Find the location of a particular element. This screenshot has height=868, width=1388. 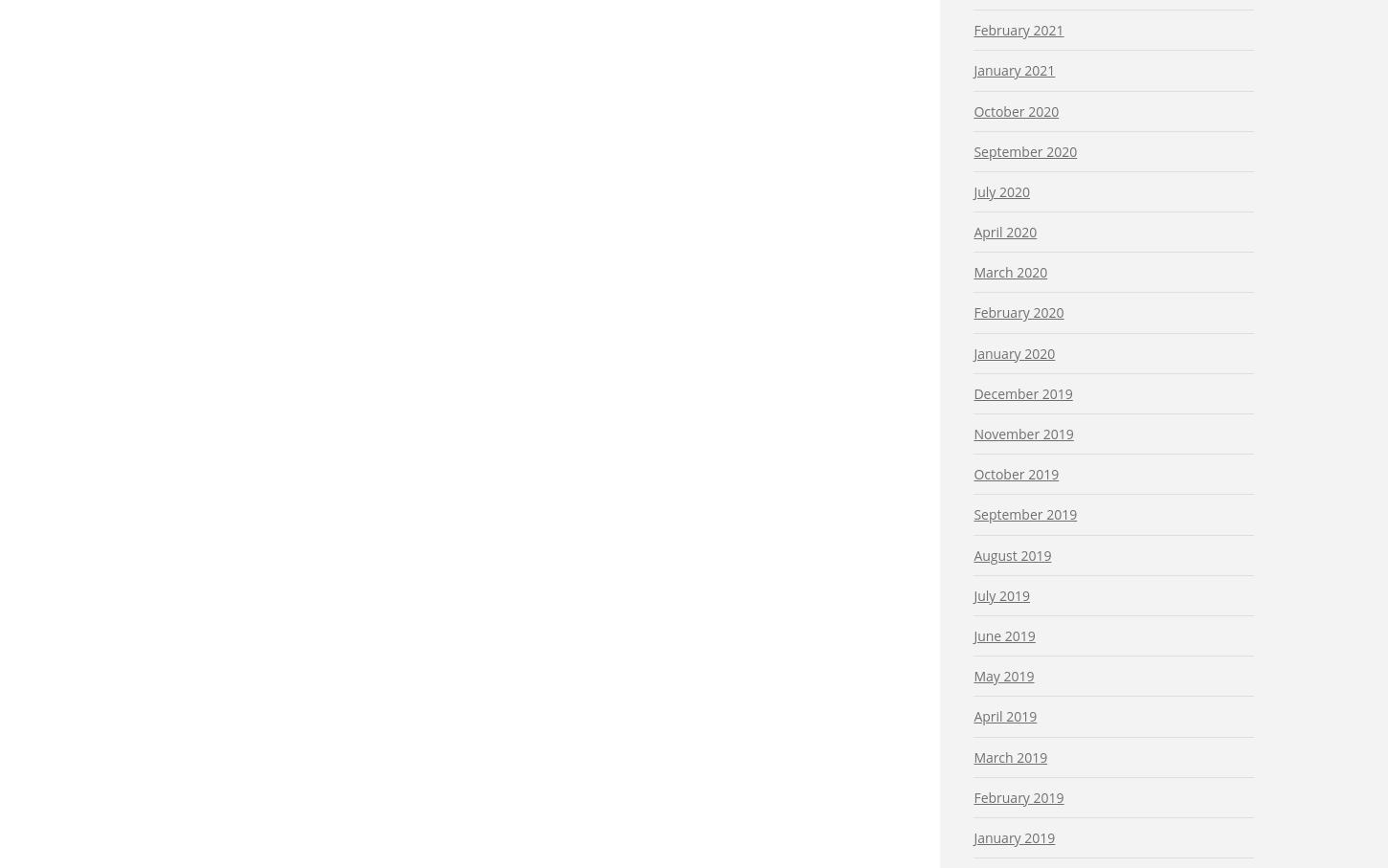

'August 2019' is located at coordinates (1012, 553).